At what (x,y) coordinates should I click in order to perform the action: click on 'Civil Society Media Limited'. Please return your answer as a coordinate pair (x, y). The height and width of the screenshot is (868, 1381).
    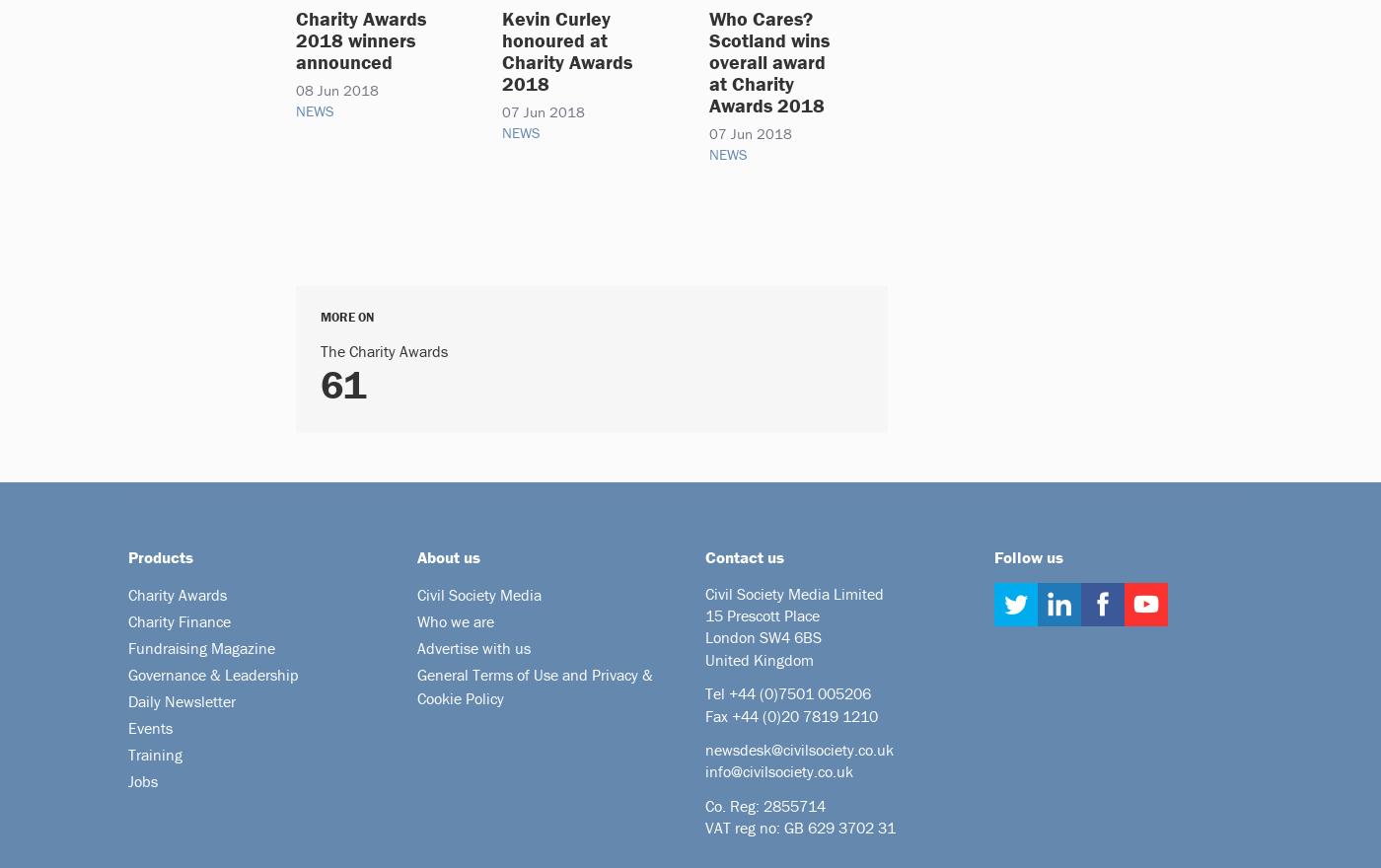
    Looking at the image, I should click on (793, 592).